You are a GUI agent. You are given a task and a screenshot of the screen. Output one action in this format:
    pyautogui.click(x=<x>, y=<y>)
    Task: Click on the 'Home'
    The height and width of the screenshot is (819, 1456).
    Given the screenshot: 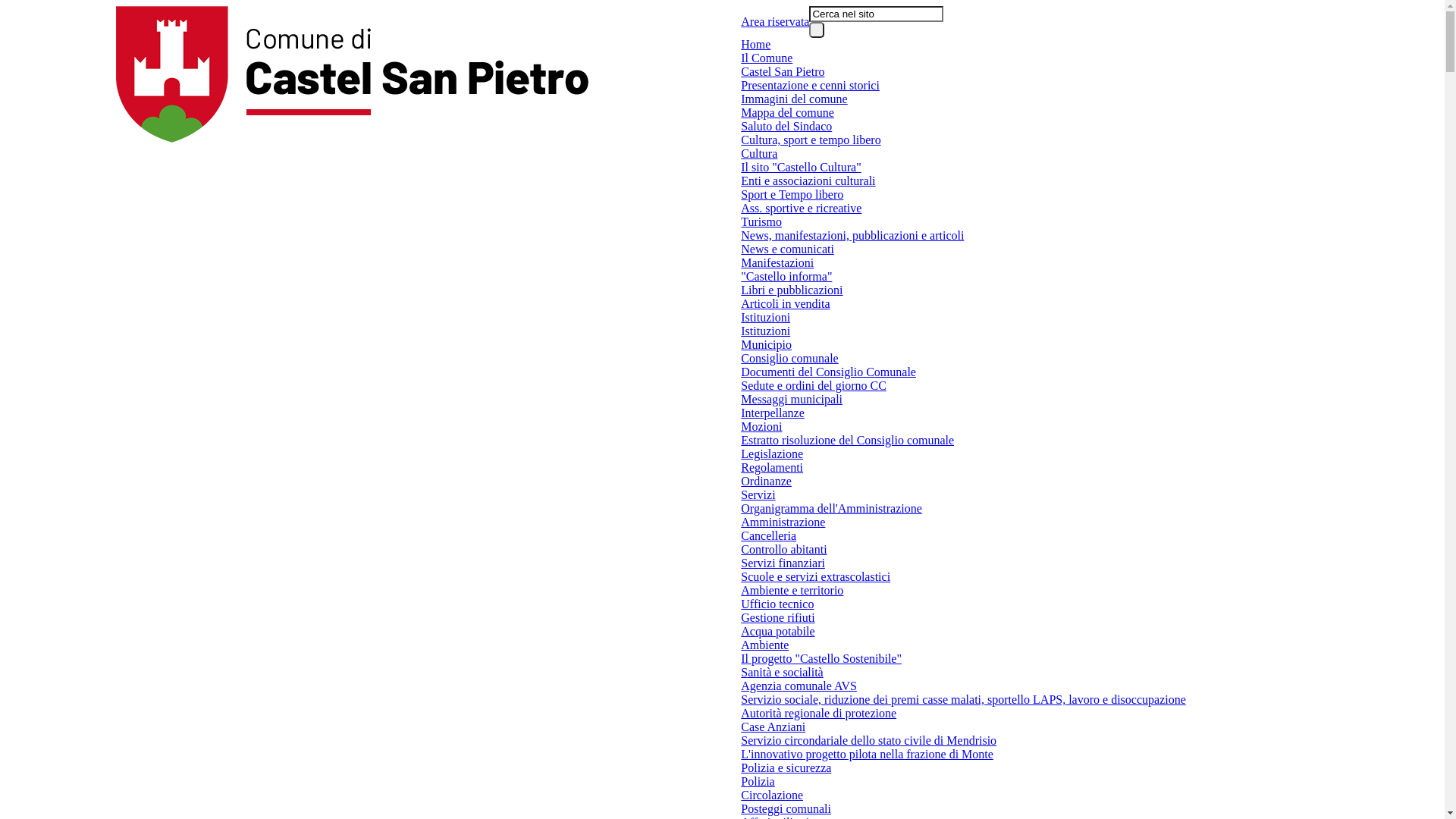 What is the action you would take?
    pyautogui.click(x=755, y=43)
    